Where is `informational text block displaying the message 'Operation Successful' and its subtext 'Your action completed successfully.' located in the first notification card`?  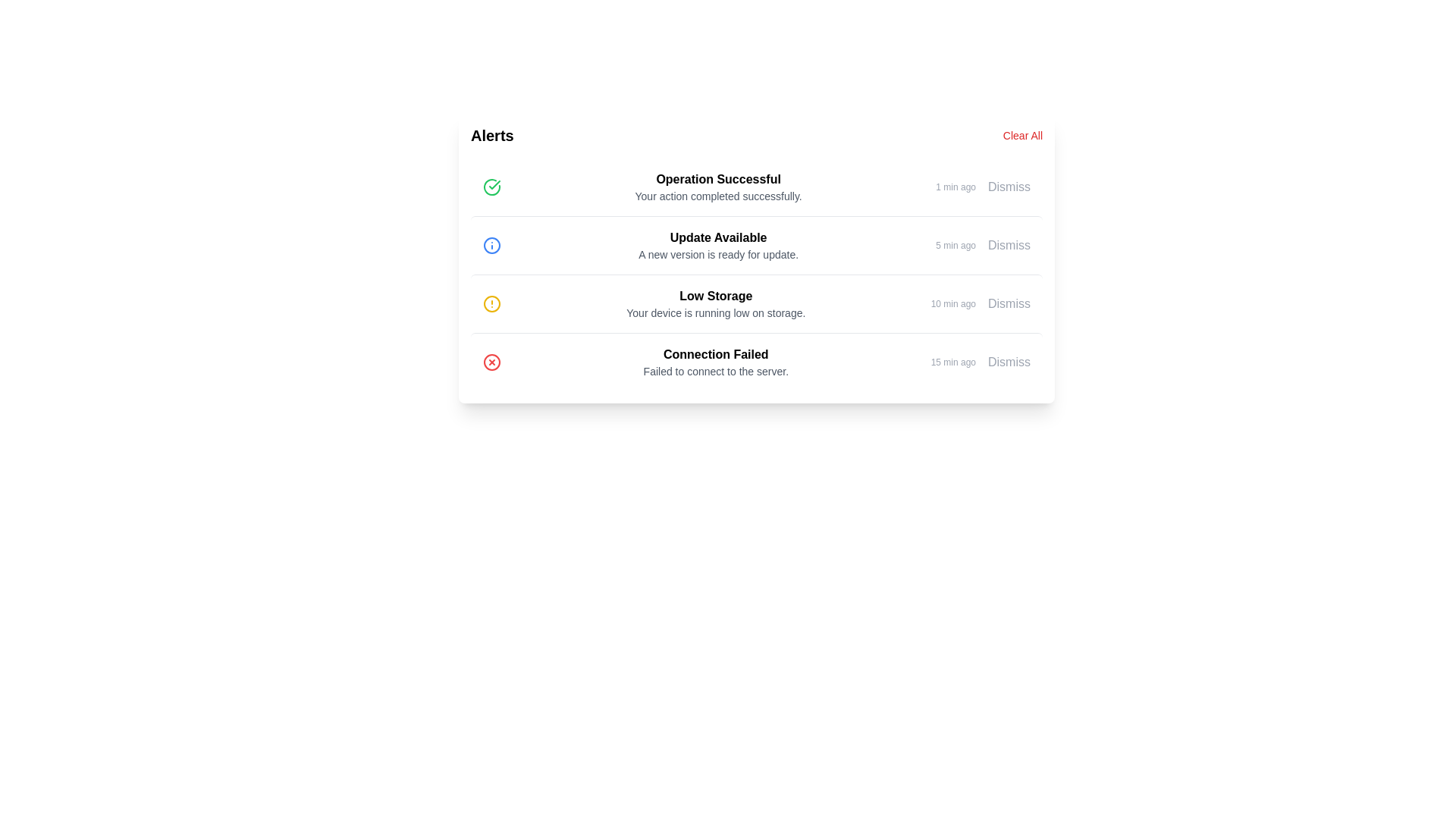
informational text block displaying the message 'Operation Successful' and its subtext 'Your action completed successfully.' located in the first notification card is located at coordinates (717, 186).